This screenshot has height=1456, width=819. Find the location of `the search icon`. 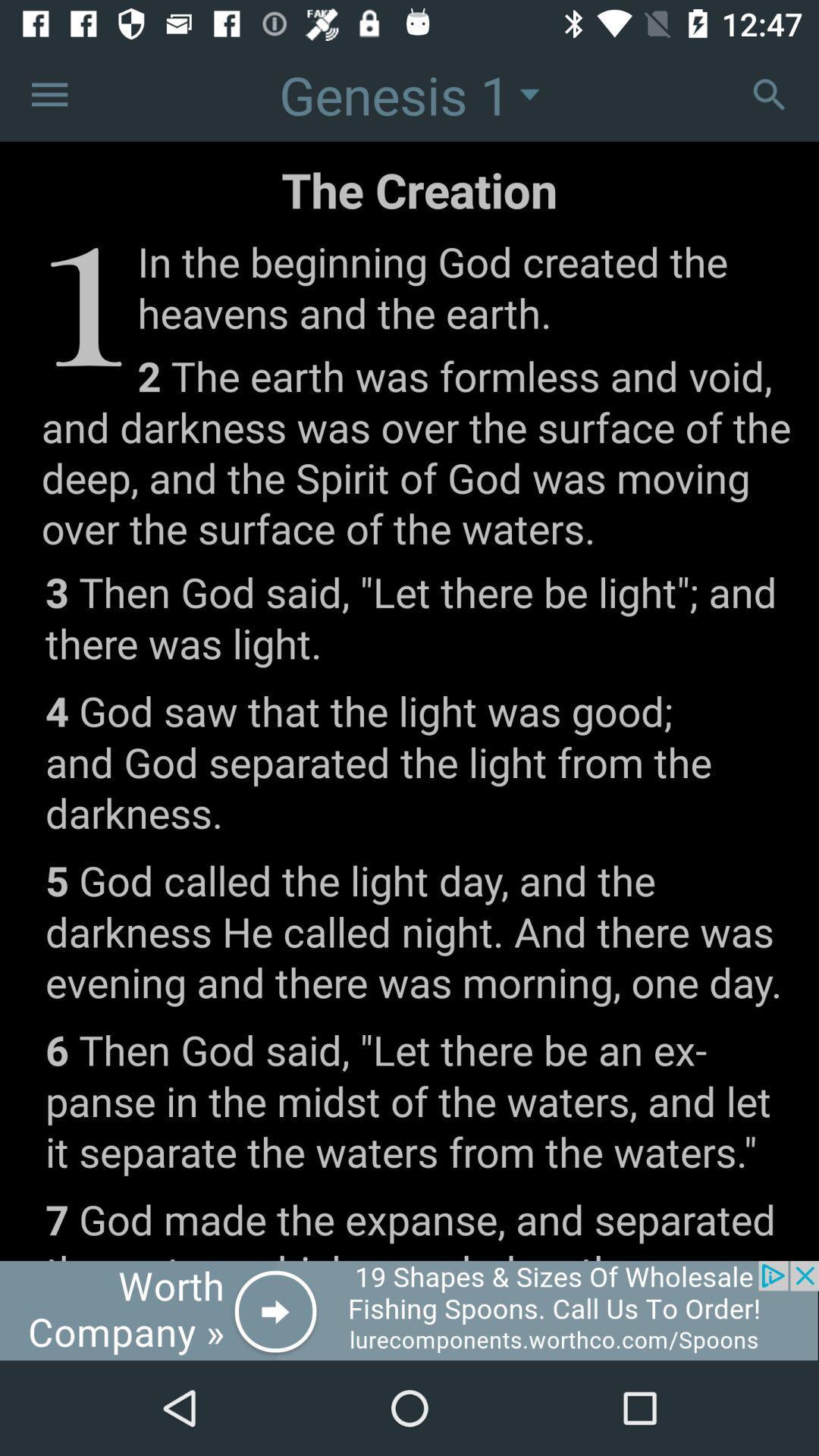

the search icon is located at coordinates (769, 93).